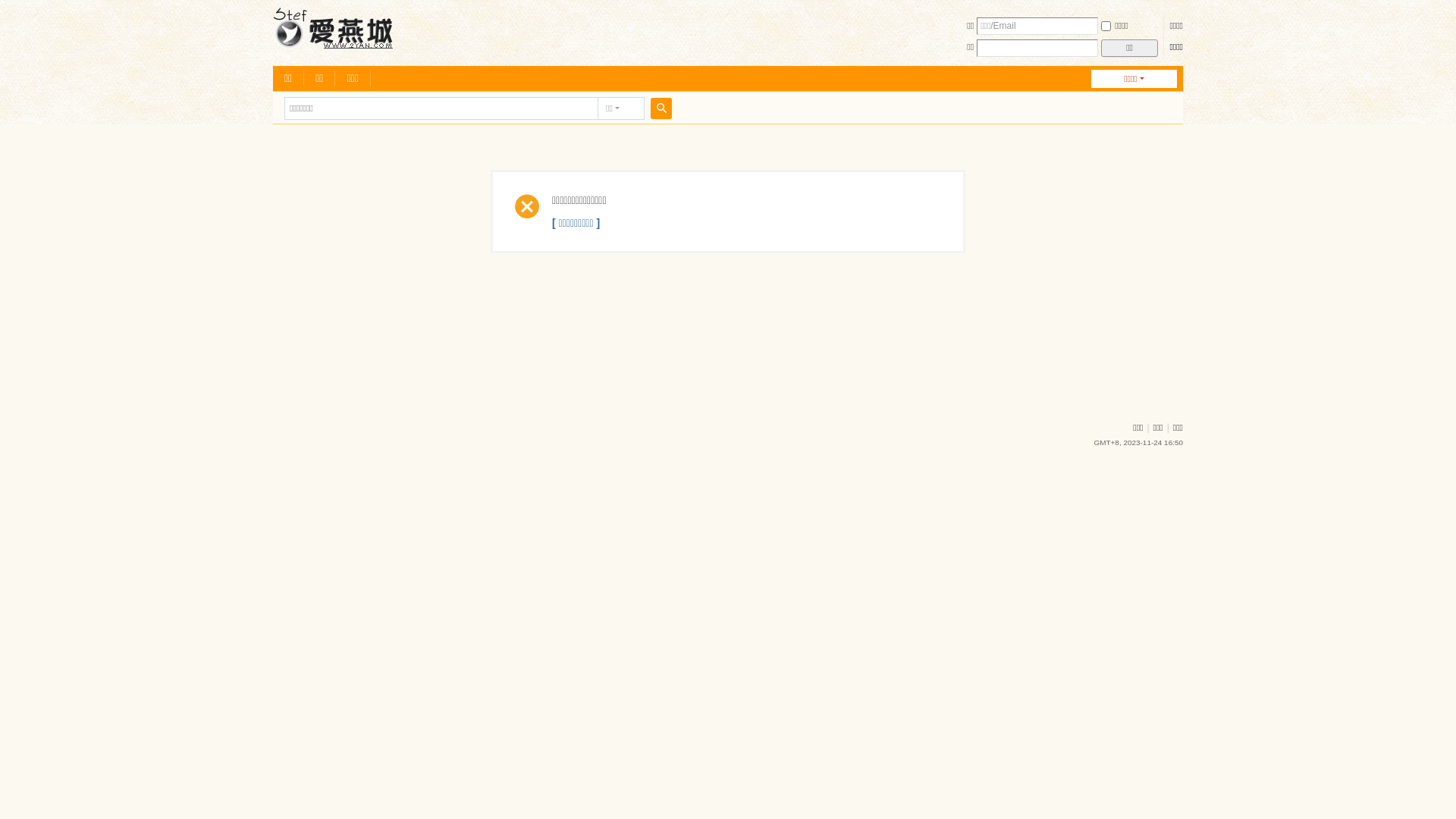 The height and width of the screenshot is (819, 1456). I want to click on 'true', so click(661, 107).